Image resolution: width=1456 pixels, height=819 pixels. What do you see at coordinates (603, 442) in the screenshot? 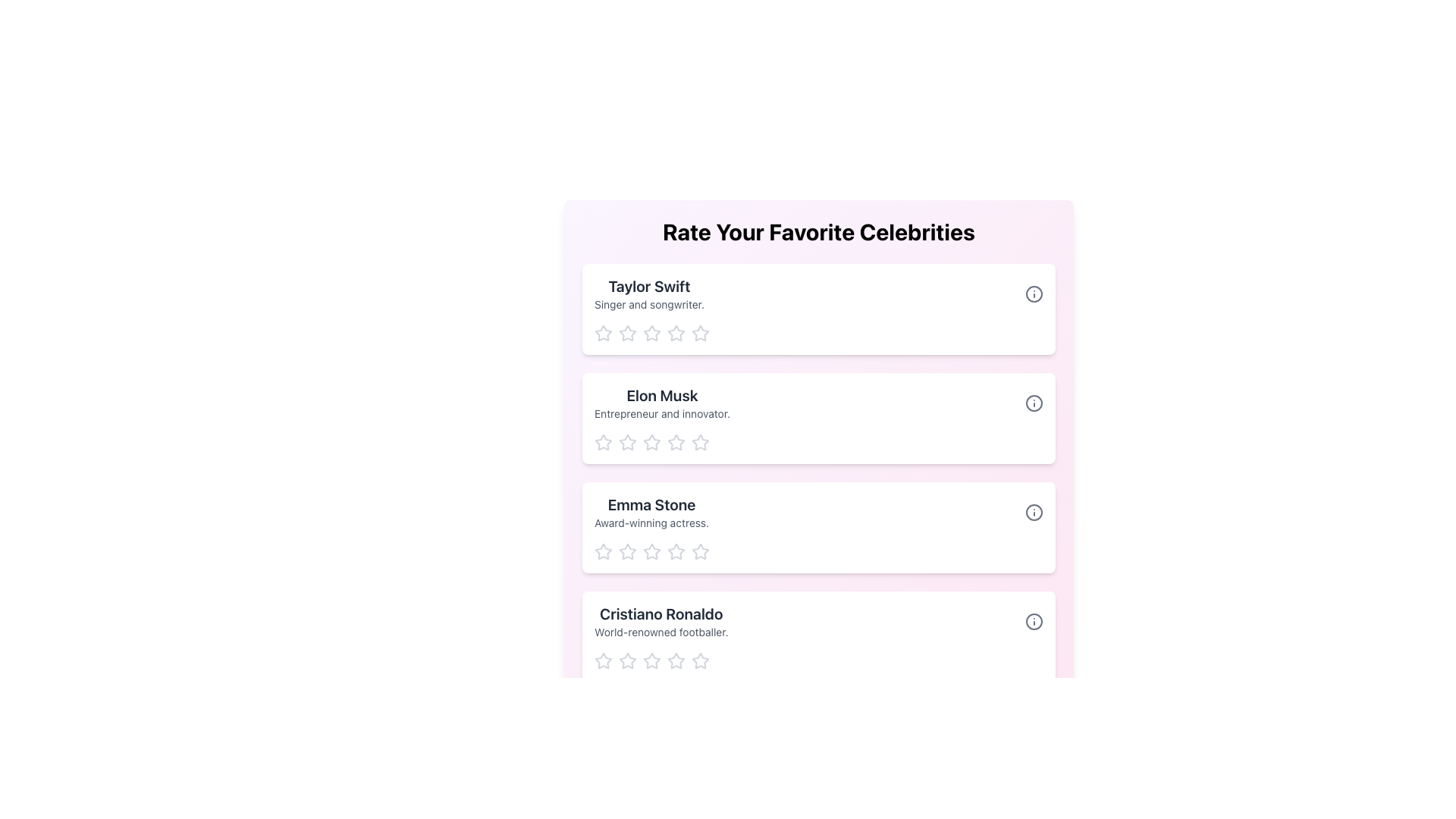
I see `the first Rating Star Icon to rate Elon Musk with one star in the 'Rate Your Favorite Celebrities' section` at bounding box center [603, 442].